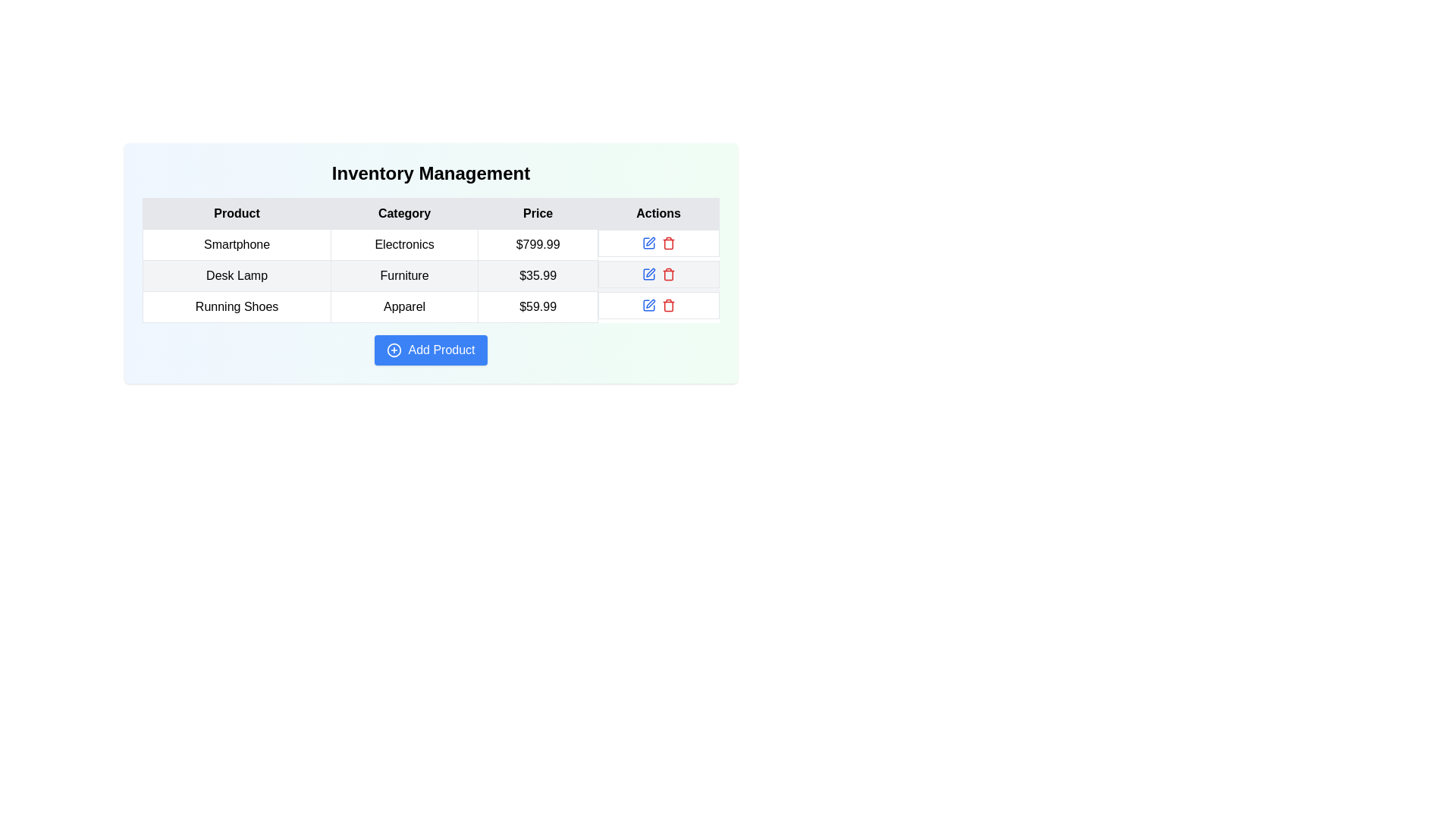 The image size is (1456, 819). I want to click on the static table cell displaying 'Apparel' in the 'Category' column of the third row under 'Inventory Management', so click(404, 307).